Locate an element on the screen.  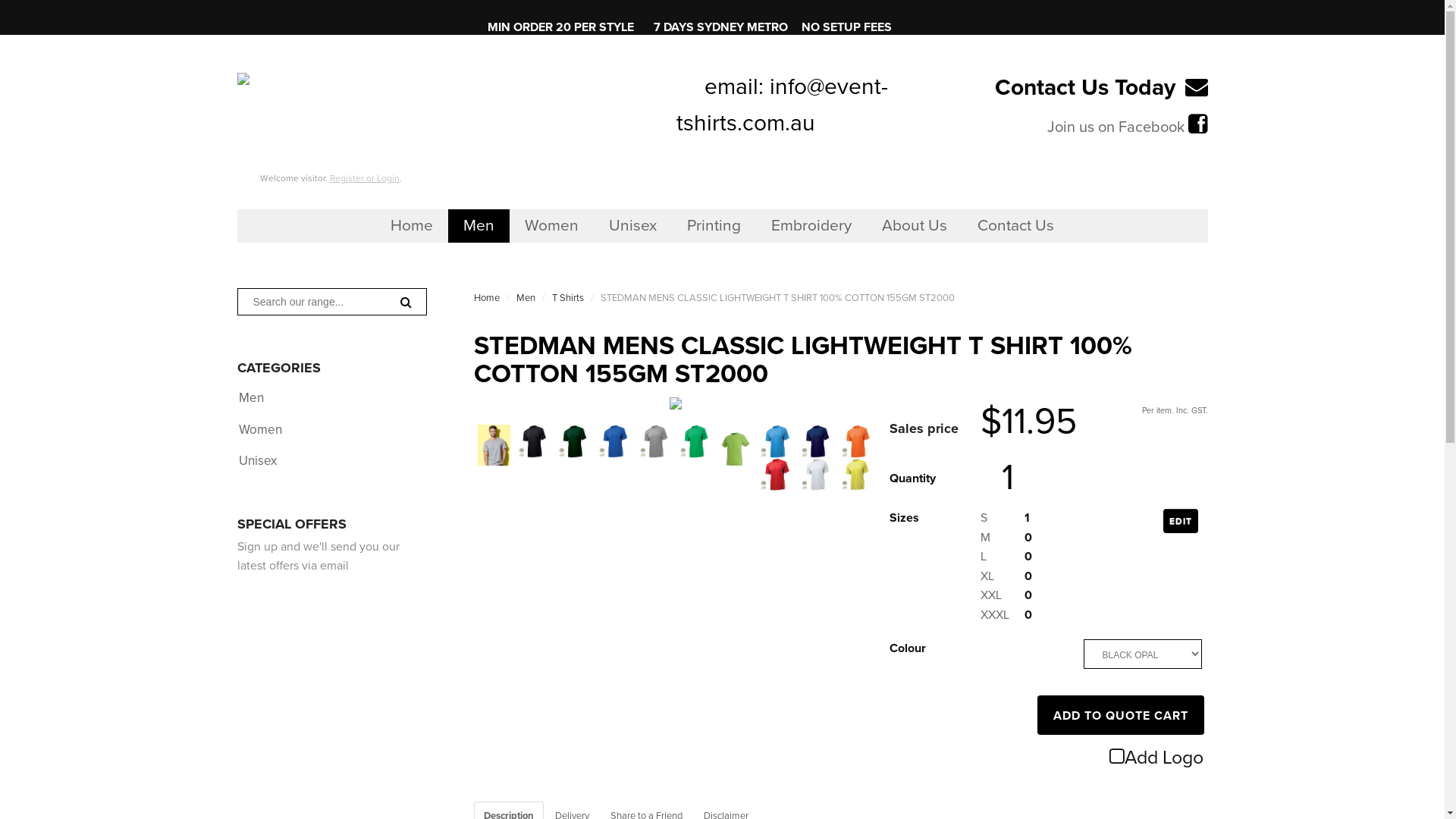
'LIGHT BLUE' is located at coordinates (776, 441).